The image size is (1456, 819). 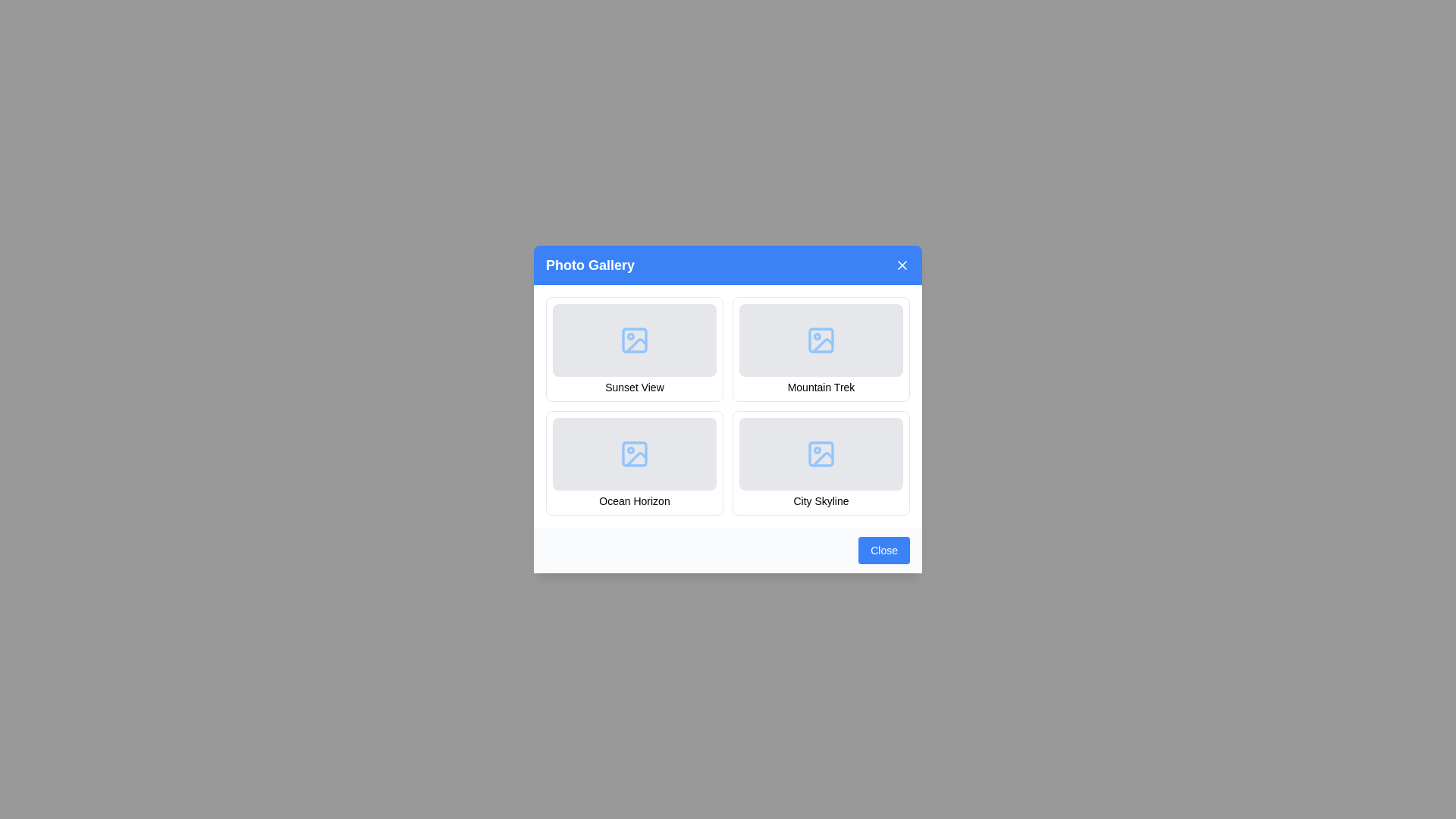 I want to click on the icon representing the 'Sunset View' image card, so click(x=634, y=339).